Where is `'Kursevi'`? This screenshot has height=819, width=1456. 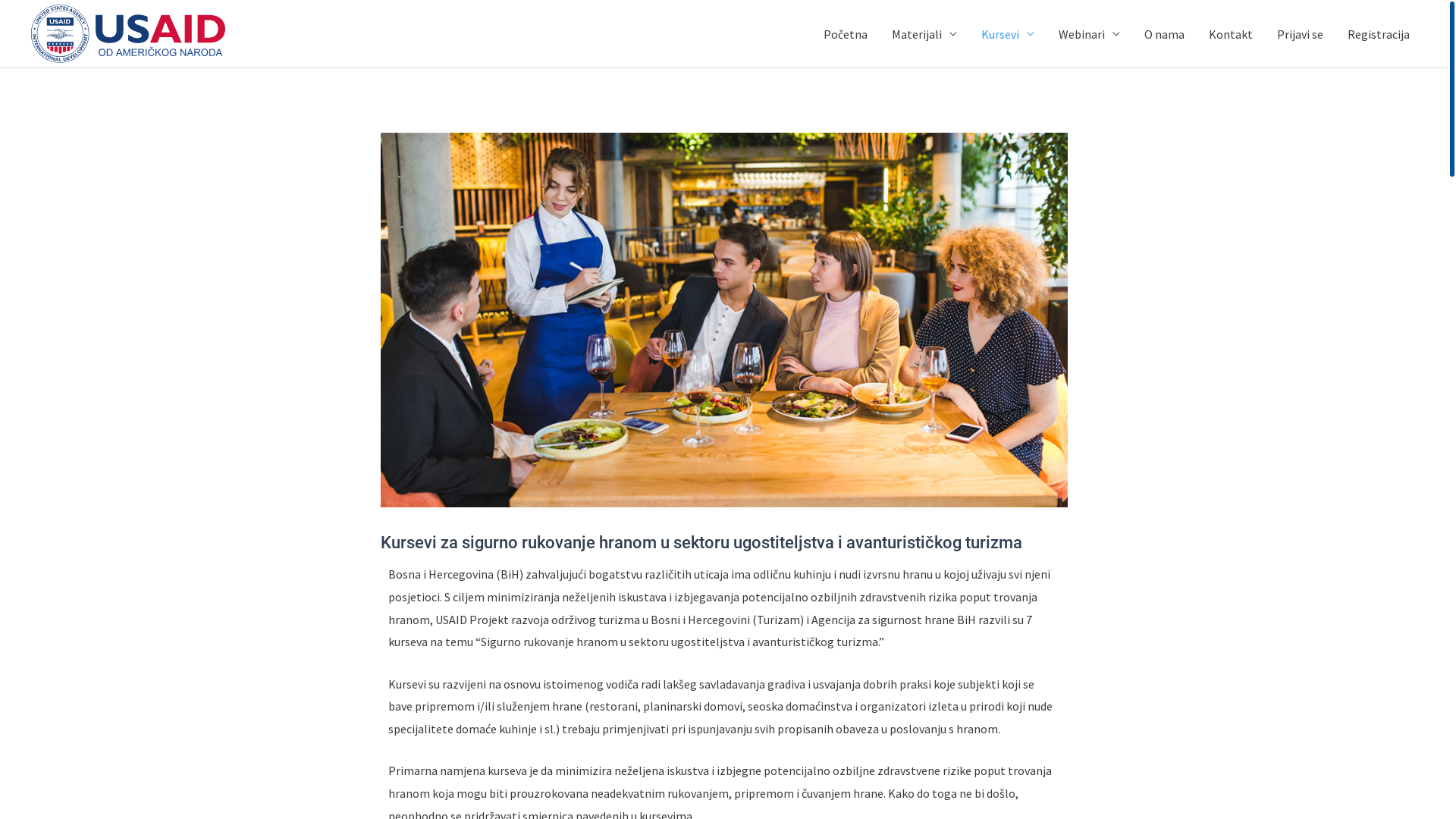 'Kursevi' is located at coordinates (1008, 33).